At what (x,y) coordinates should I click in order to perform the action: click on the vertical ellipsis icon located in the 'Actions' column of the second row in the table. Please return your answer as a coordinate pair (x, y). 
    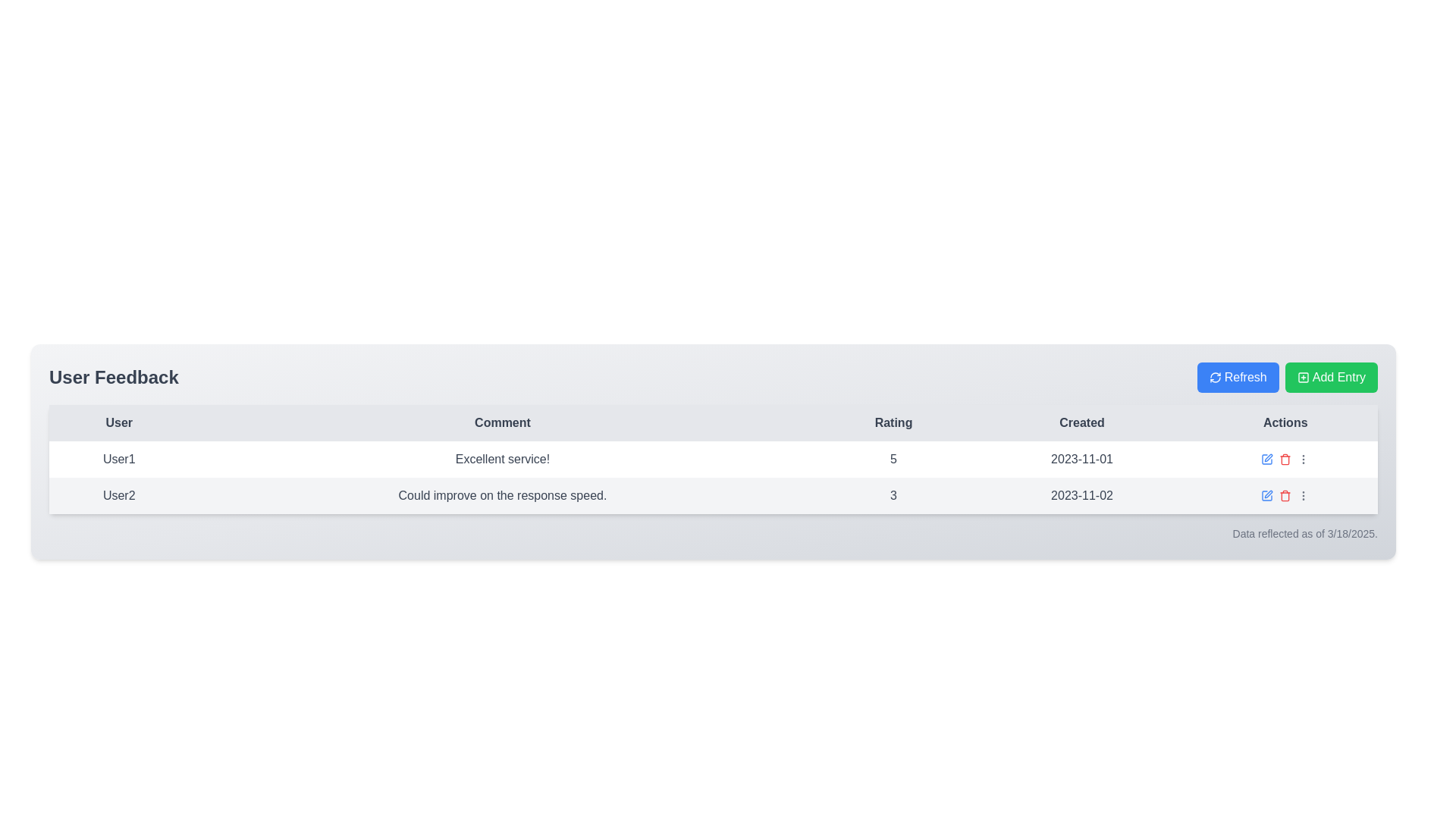
    Looking at the image, I should click on (1302, 496).